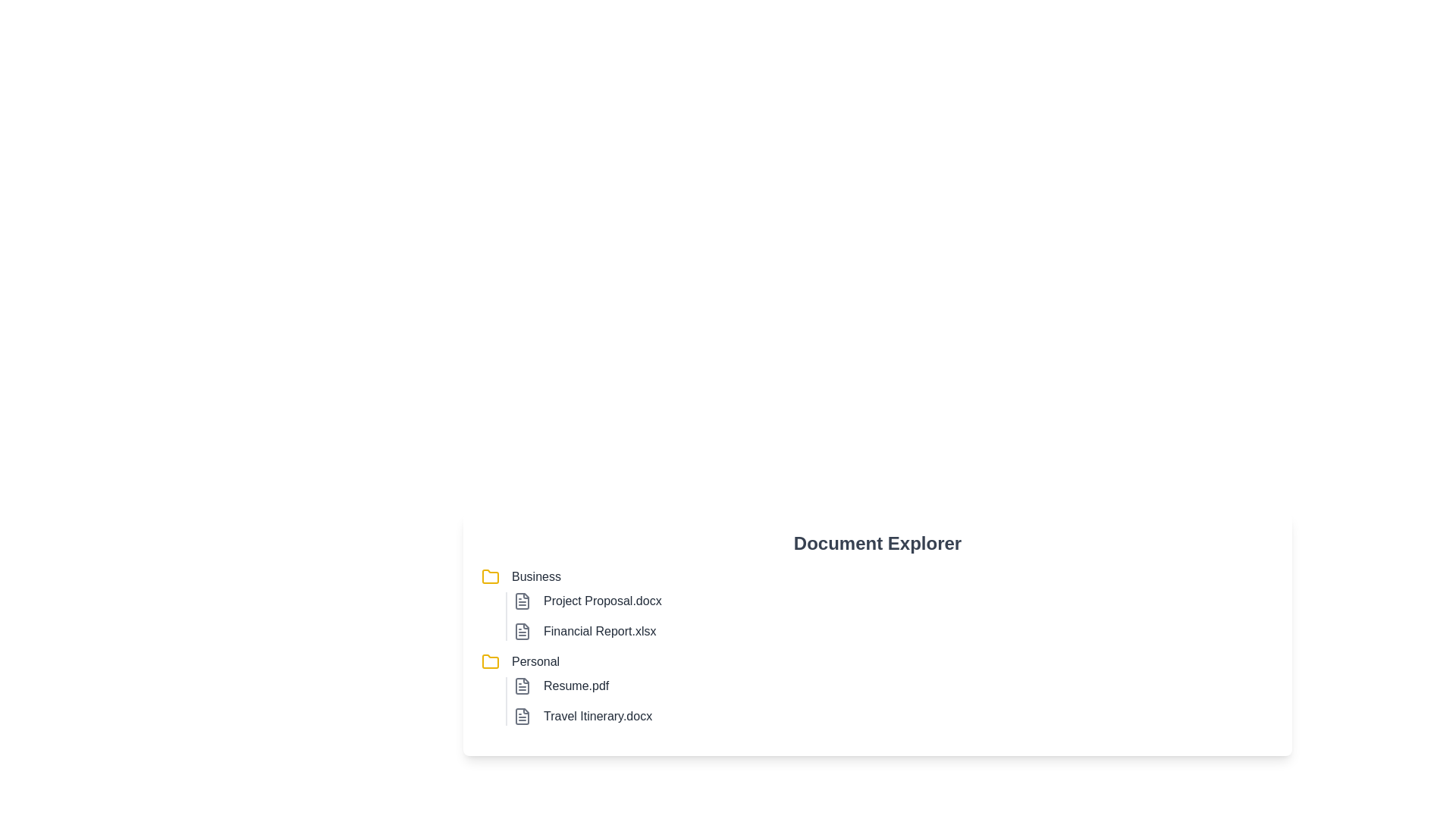 This screenshot has height=819, width=1456. I want to click on the small document icon, which is gray and has text lines, located to the left of 'Travel Itinerary.docx' in the 'Personal' category, so click(522, 717).